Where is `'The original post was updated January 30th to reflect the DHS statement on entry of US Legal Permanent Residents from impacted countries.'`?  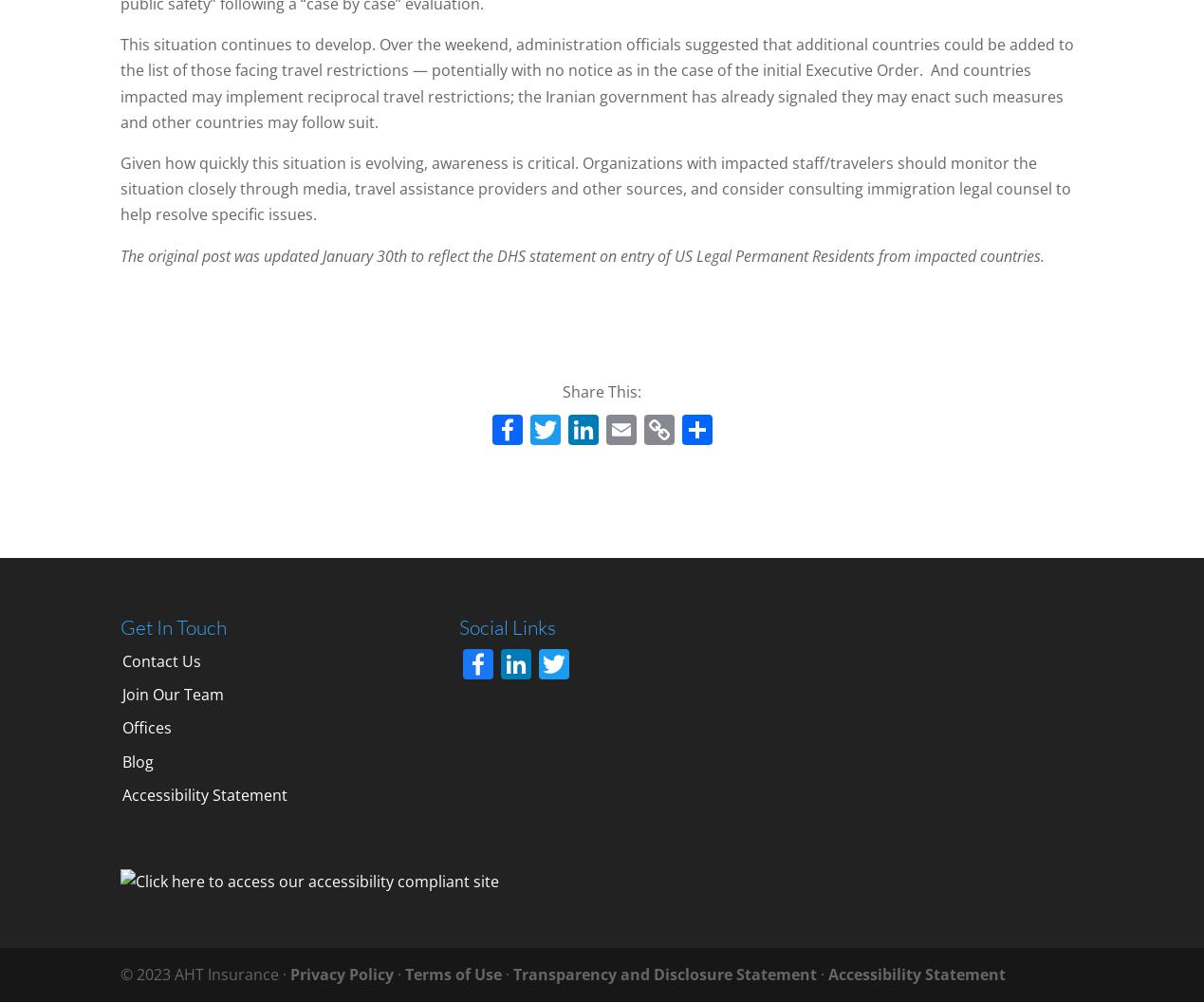 'The original post was updated January 30th to reflect the DHS statement on entry of US Legal Permanent Residents from impacted countries.' is located at coordinates (581, 254).